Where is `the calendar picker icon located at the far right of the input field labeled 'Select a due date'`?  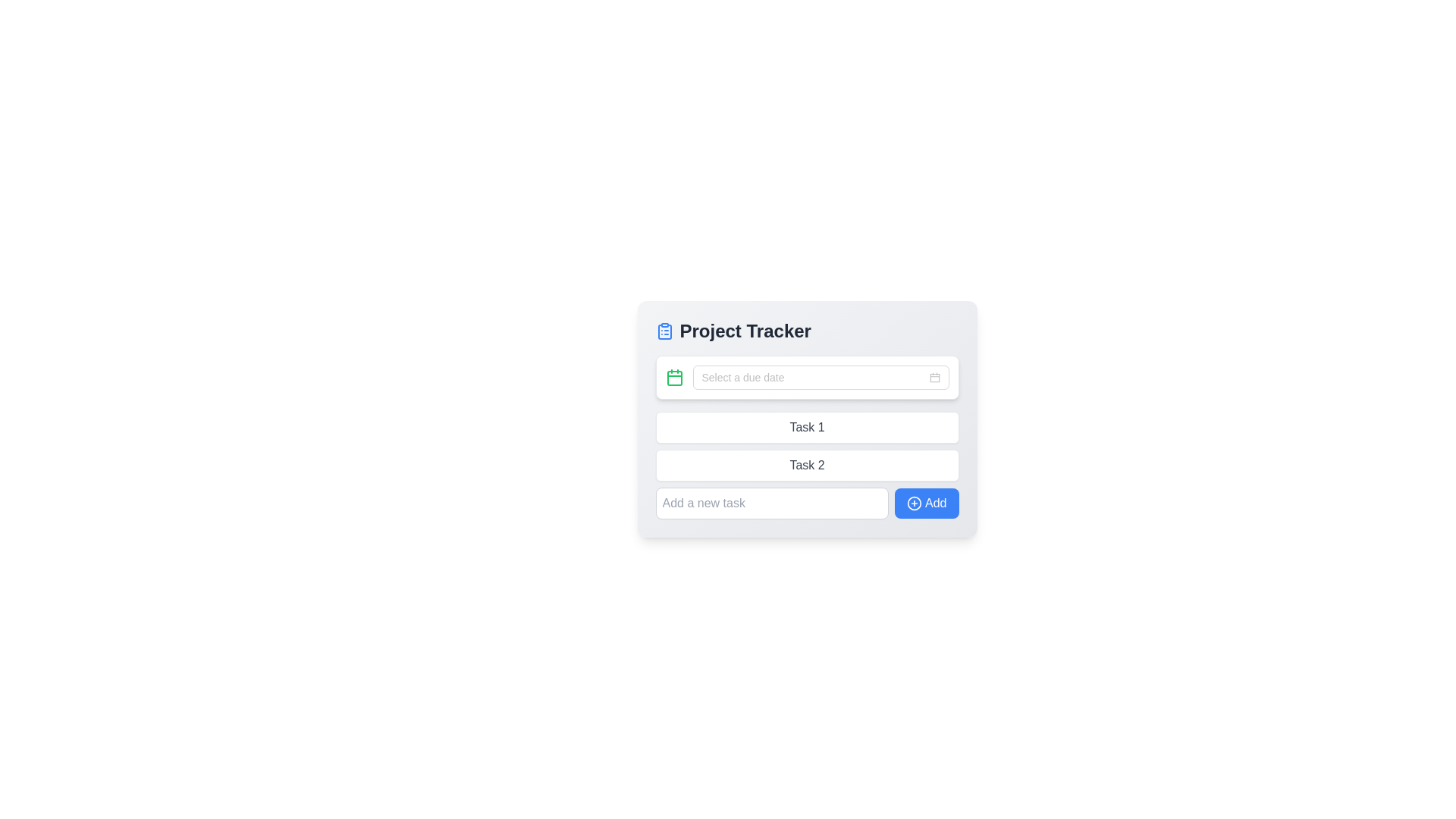
the calendar picker icon located at the far right of the input field labeled 'Select a due date' is located at coordinates (934, 376).